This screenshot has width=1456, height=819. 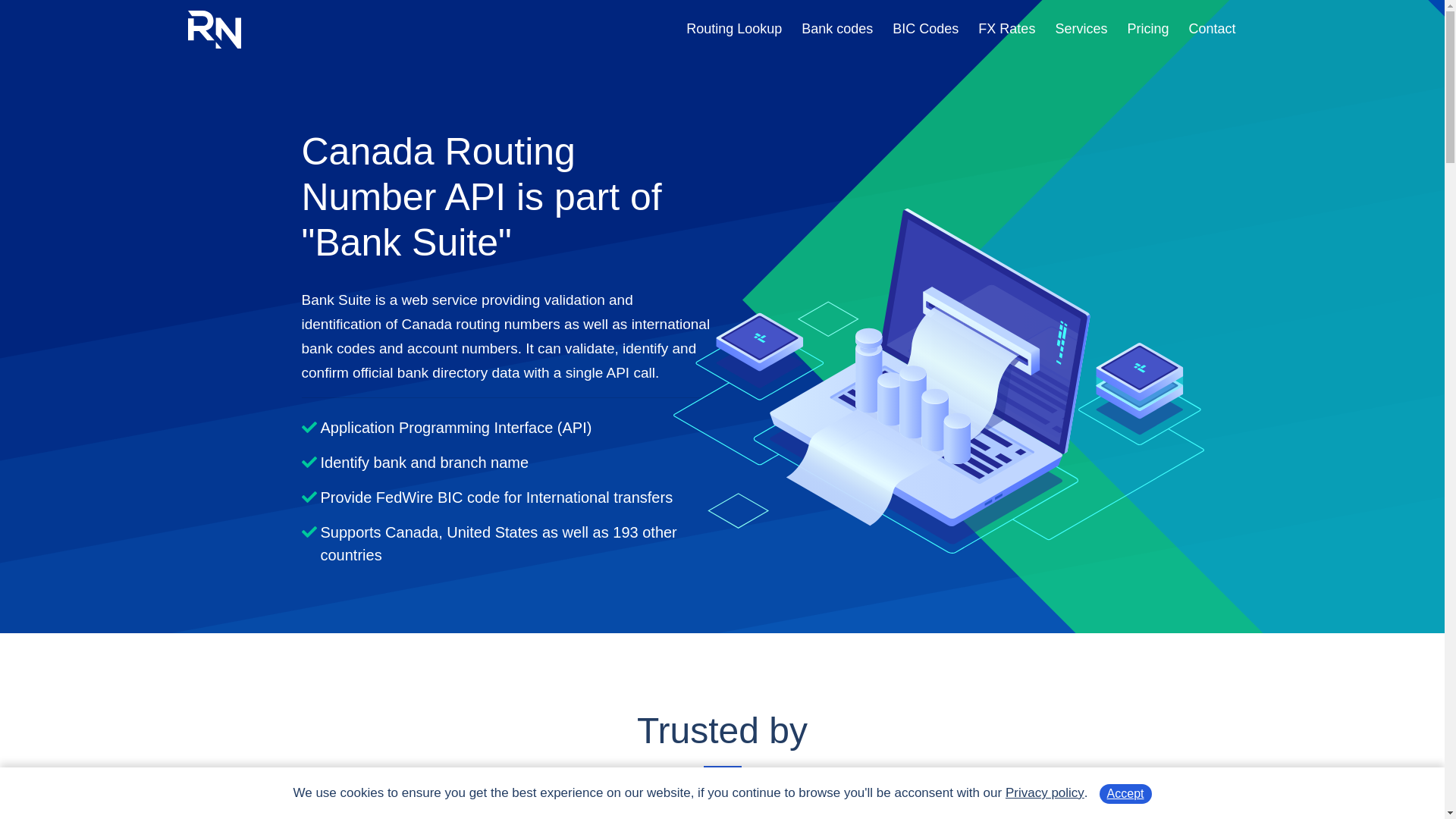 What do you see at coordinates (892, 29) in the screenshot?
I see `'BIC Codes'` at bounding box center [892, 29].